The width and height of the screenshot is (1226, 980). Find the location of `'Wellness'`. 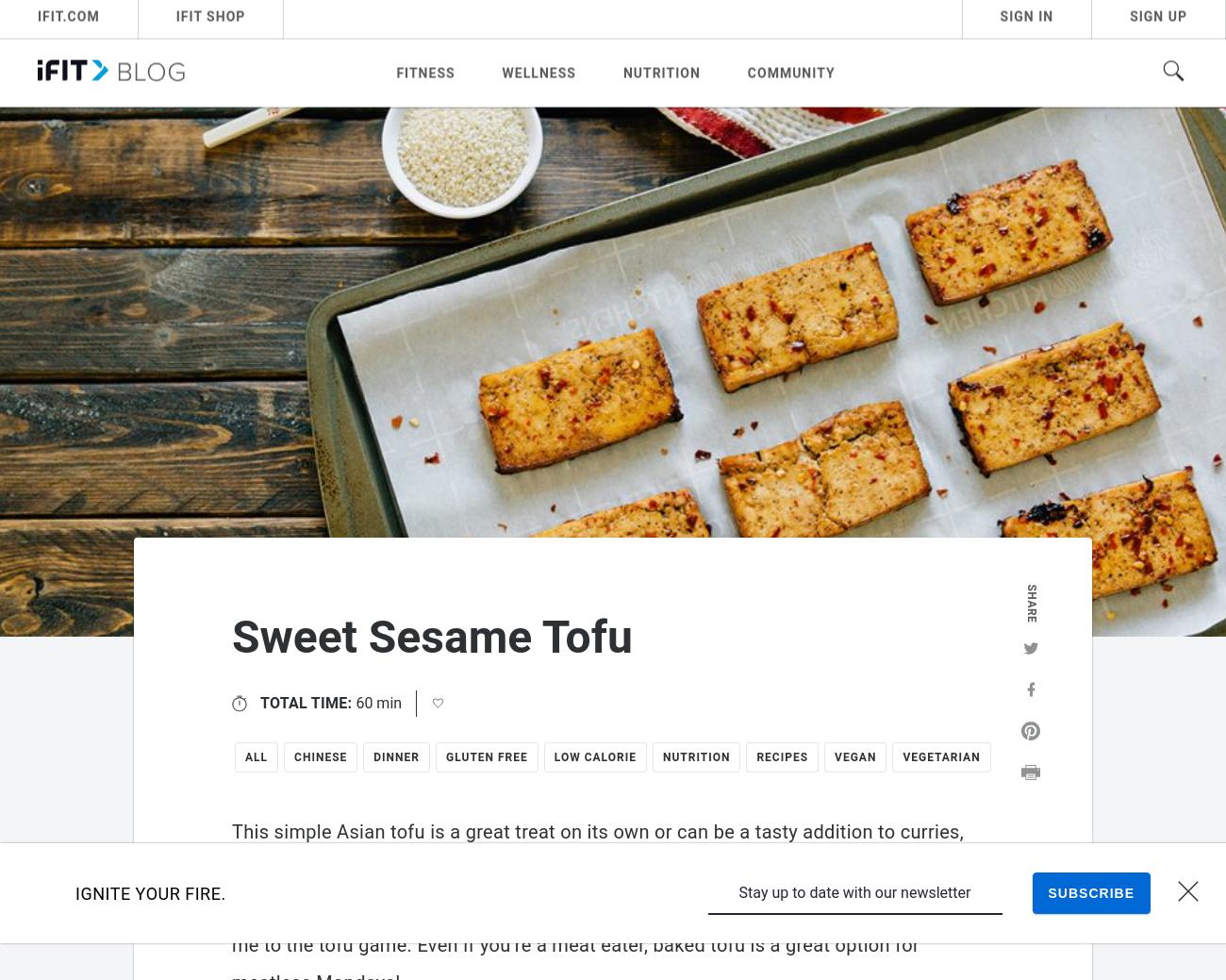

'Wellness' is located at coordinates (537, 77).